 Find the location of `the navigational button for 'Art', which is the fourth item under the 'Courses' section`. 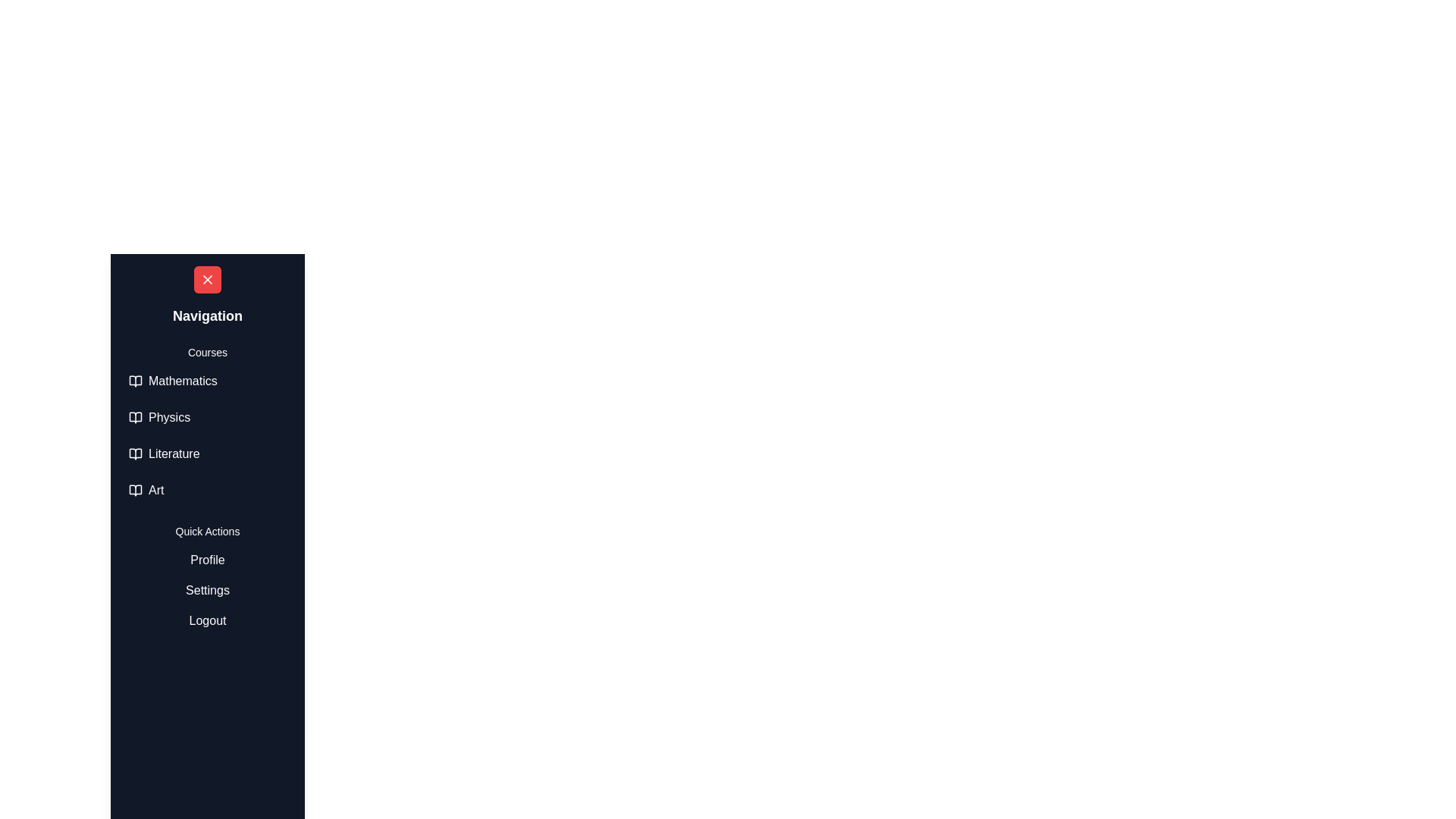

the navigational button for 'Art', which is the fourth item under the 'Courses' section is located at coordinates (206, 491).